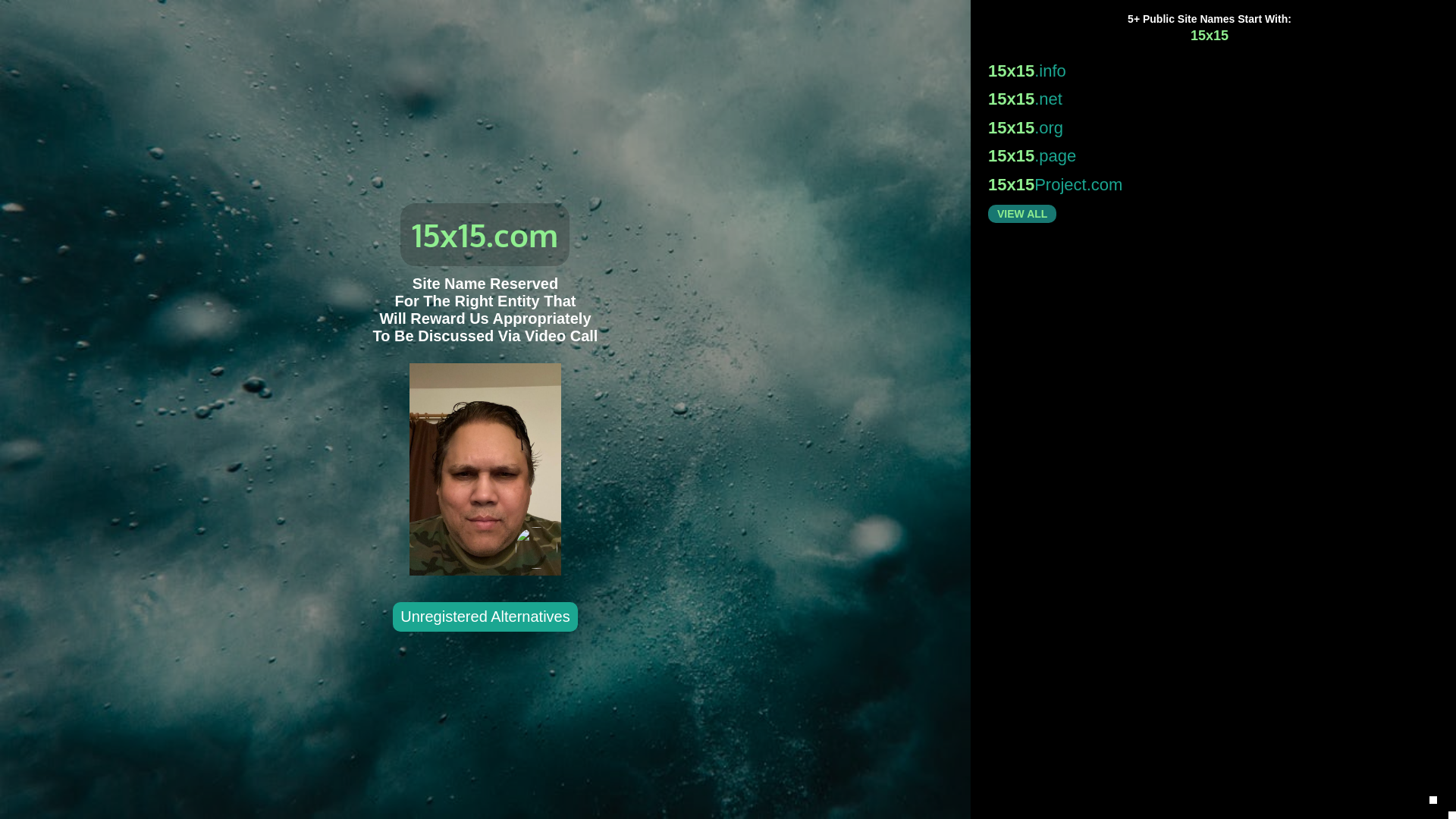  What do you see at coordinates (484, 617) in the screenshot?
I see `'Unregistered Alternatives'` at bounding box center [484, 617].